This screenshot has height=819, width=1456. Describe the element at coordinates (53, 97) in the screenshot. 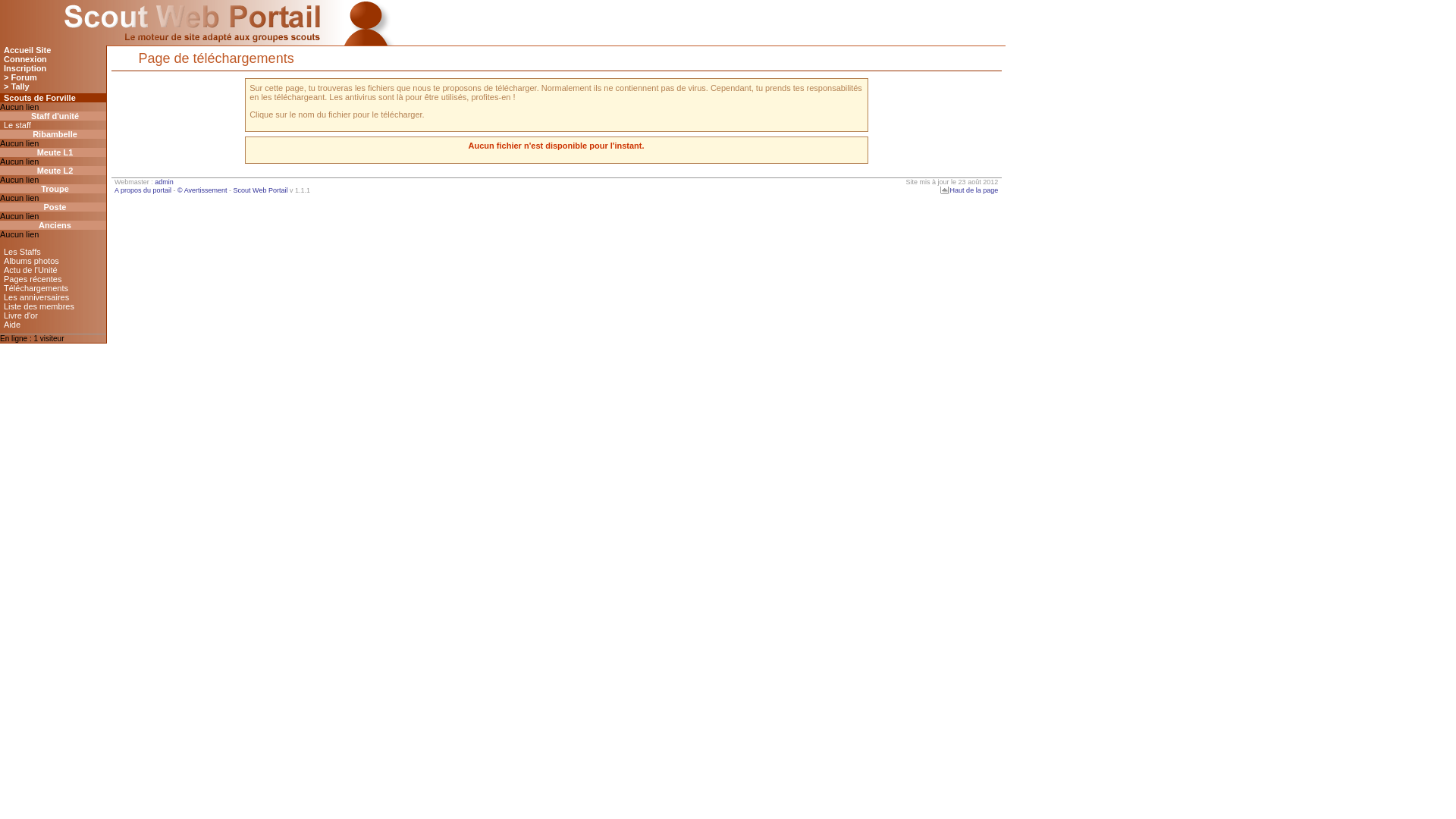

I see `'Scouts de Forville'` at that location.